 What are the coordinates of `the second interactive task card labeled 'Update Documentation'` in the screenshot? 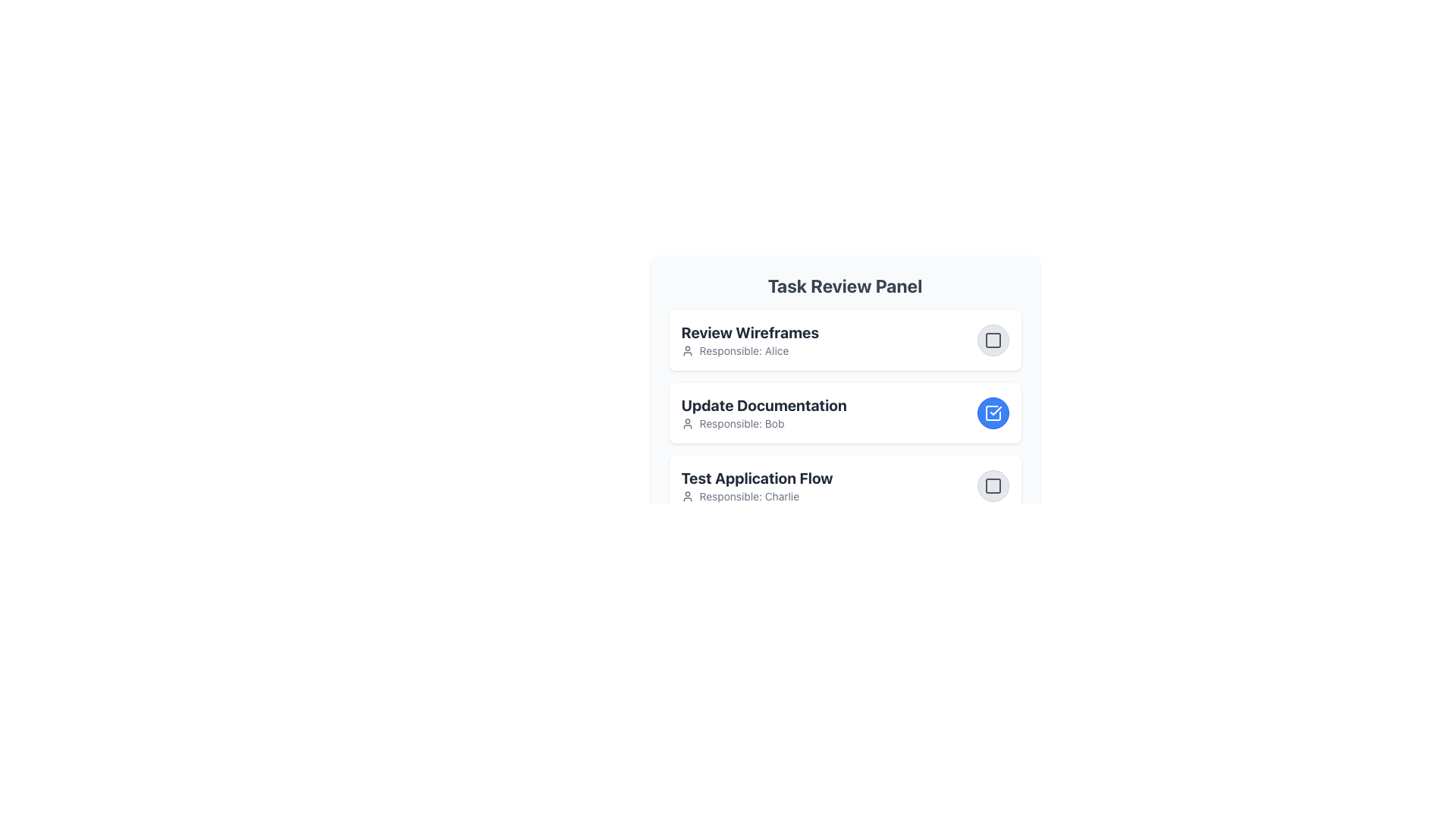 It's located at (844, 394).